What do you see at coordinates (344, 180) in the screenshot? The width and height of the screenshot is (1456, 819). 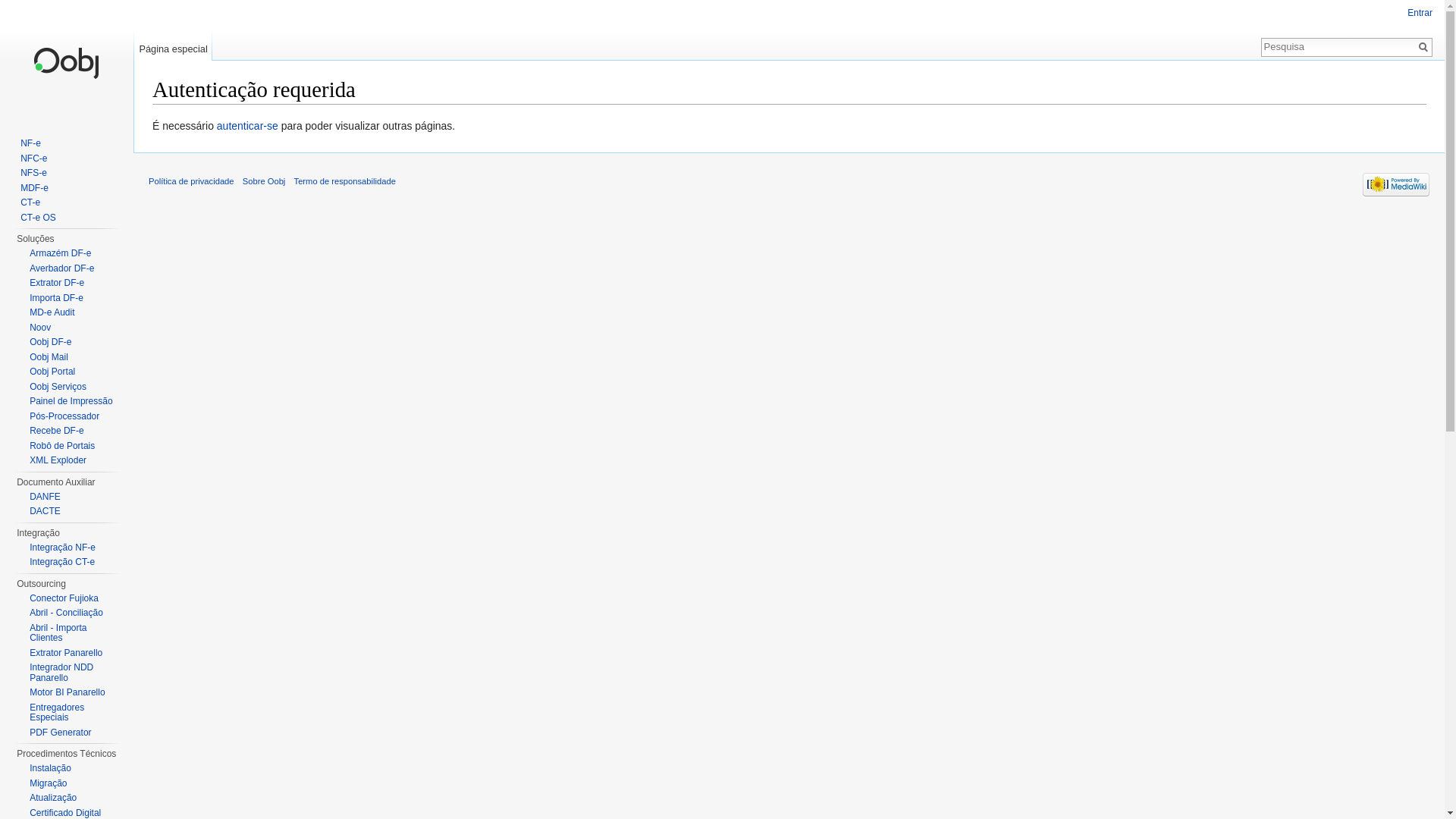 I see `'Termo de responsabilidade'` at bounding box center [344, 180].